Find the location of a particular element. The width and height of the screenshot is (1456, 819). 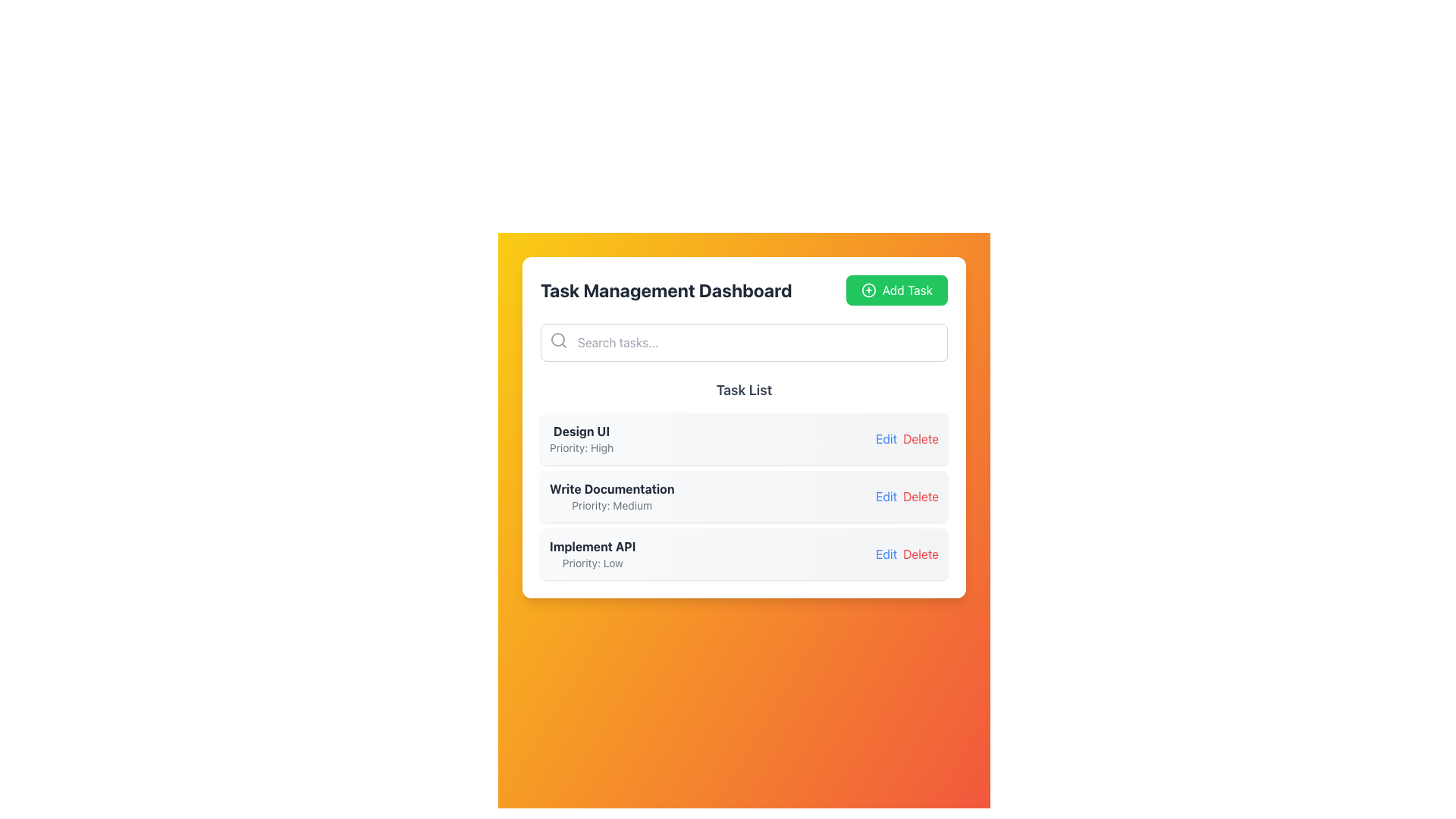

the 'Delete' Interactive Text Link for the task 'Implement API' is located at coordinates (920, 554).